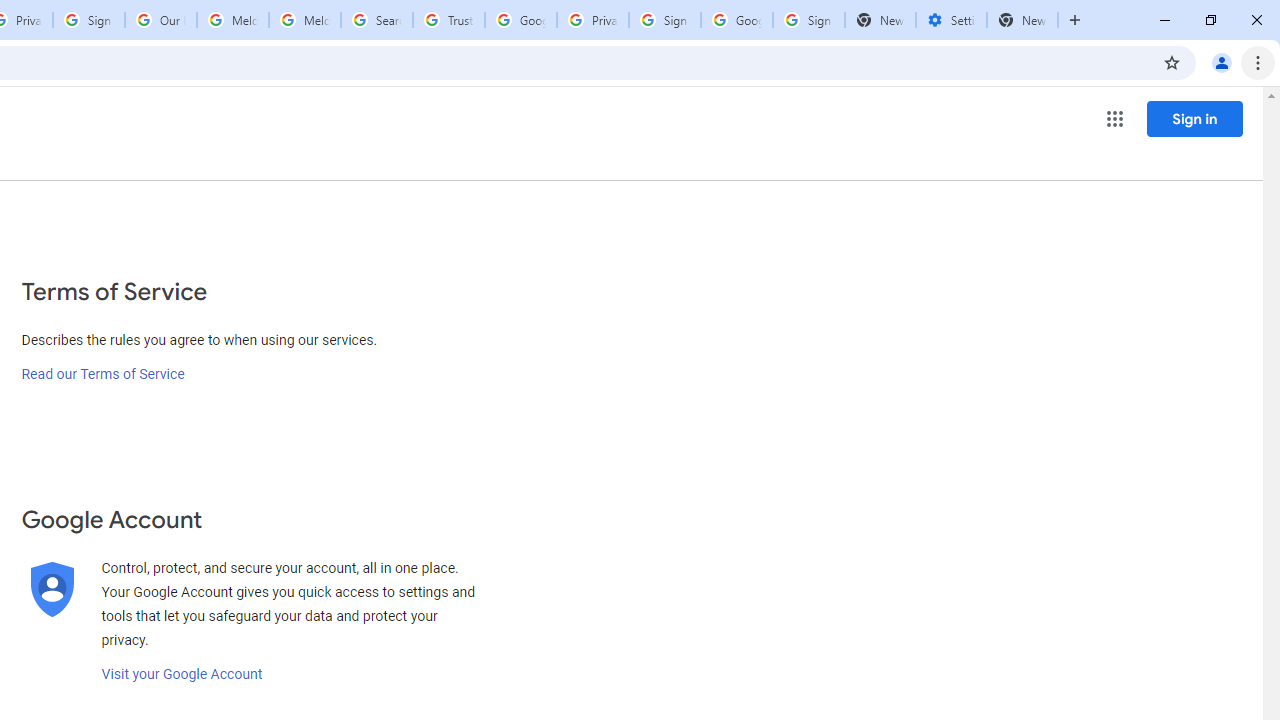  Describe the element at coordinates (1113, 119) in the screenshot. I see `'Google apps'` at that location.